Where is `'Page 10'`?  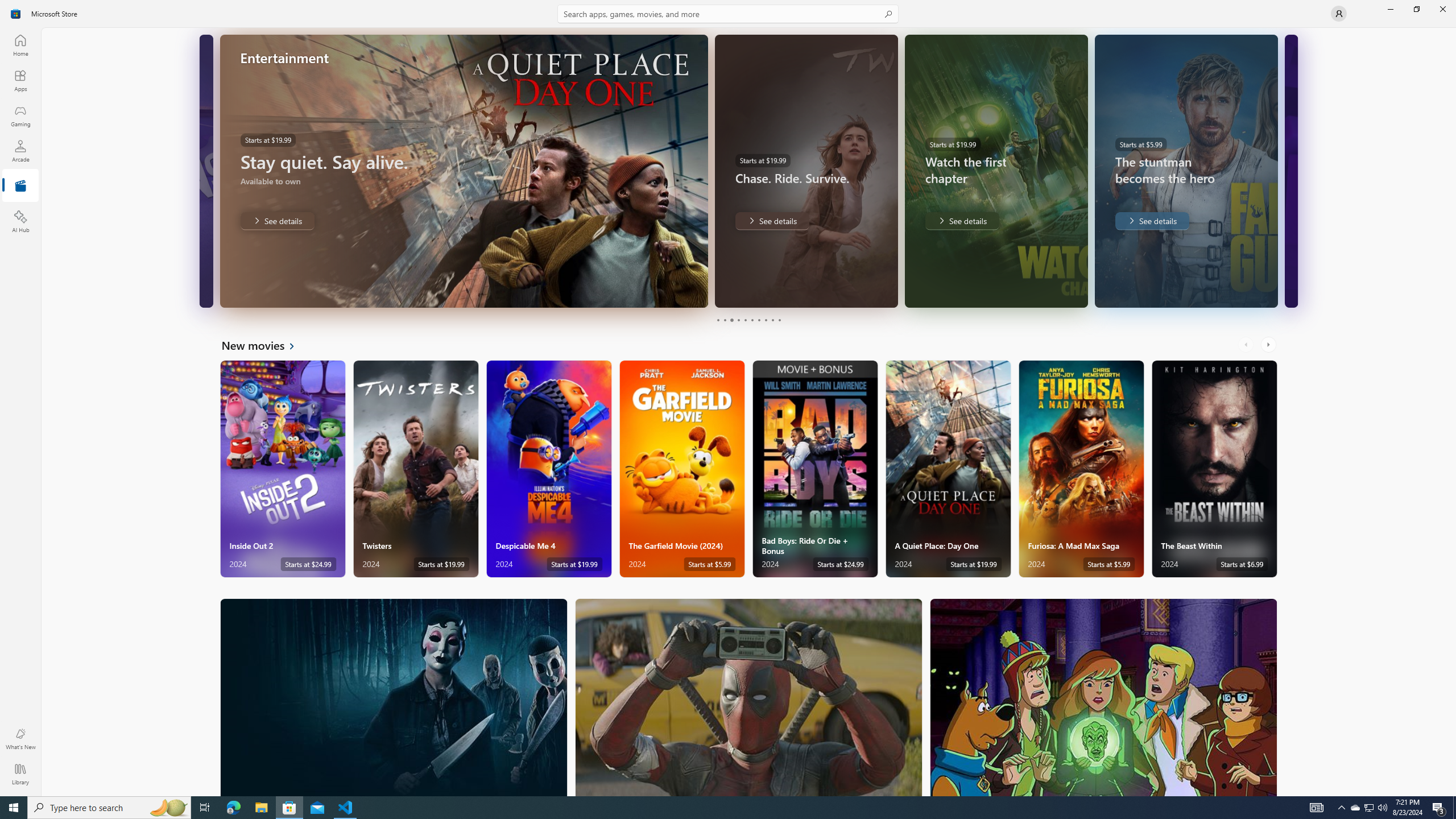 'Page 10' is located at coordinates (779, 320).